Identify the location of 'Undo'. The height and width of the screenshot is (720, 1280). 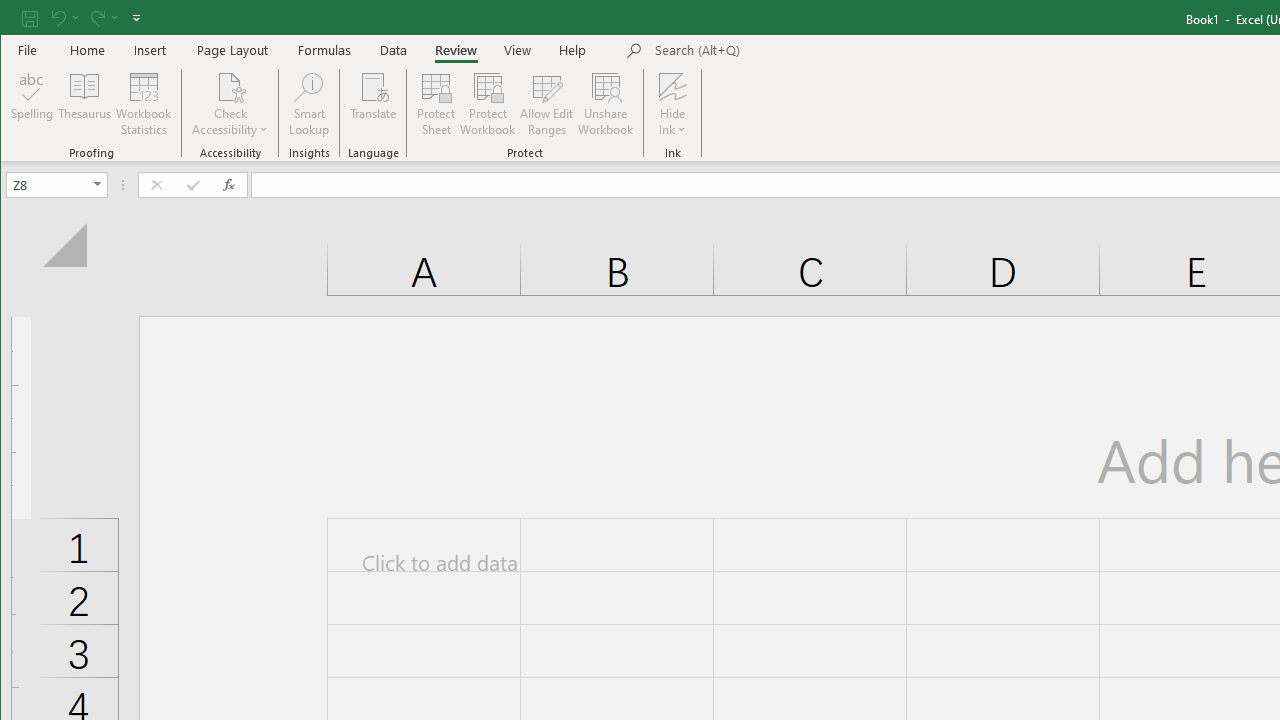
(64, 17).